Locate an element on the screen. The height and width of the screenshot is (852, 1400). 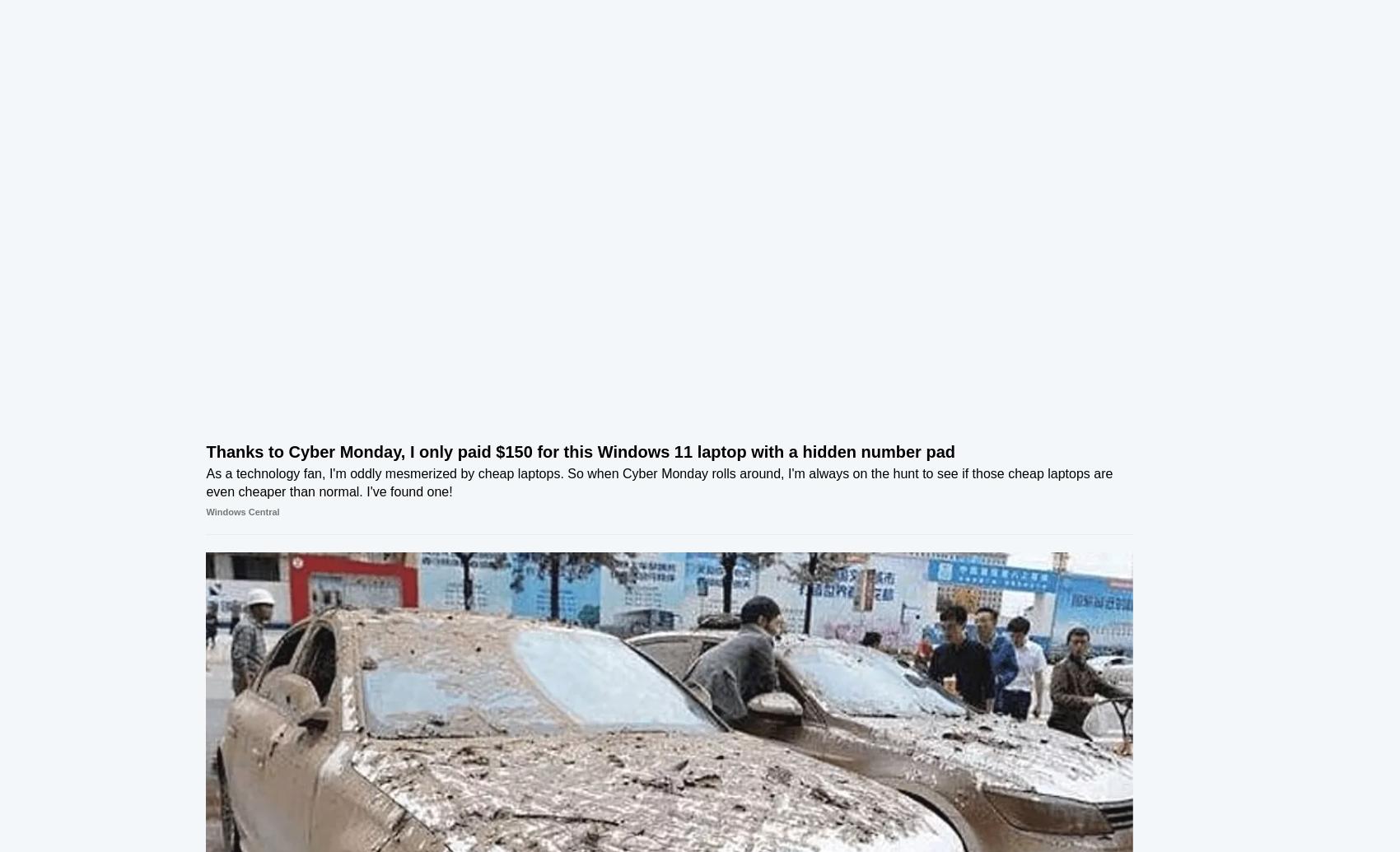
'Looking for USB flash drives? This is the brand I trust to back up my important data — and it's all on sale right now' is located at coordinates (975, 492).